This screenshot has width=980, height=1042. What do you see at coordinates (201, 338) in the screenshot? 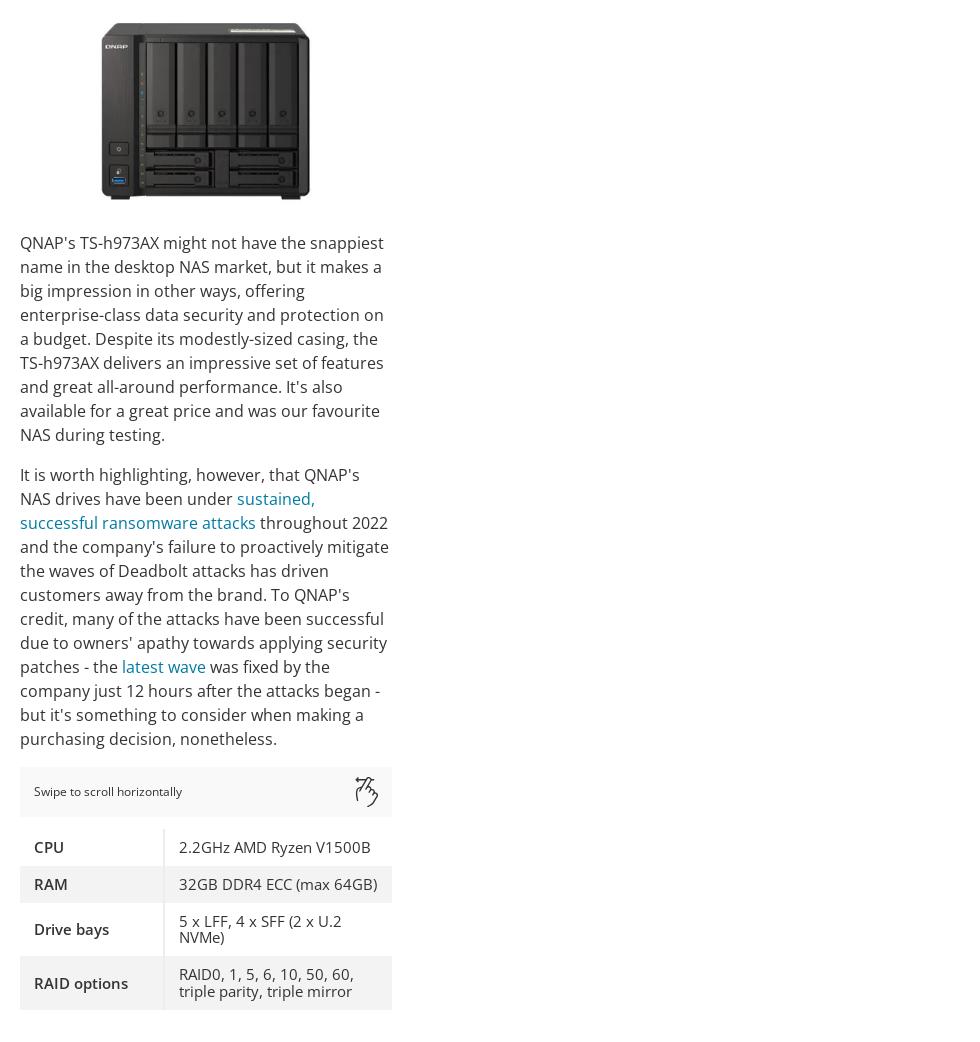
I see `'QNAP's TS-h973AX might not have the snappiest name in the desktop NAS market, but it makes a big impression in other ways, offering enterprise-class data security and protection on a budget. Despite its modestly-sized casing, the TS-h973AX delivers an impressive set of features and great all-around performance. It's also available for a great price and was our favourite NAS during testing.'` at bounding box center [201, 338].